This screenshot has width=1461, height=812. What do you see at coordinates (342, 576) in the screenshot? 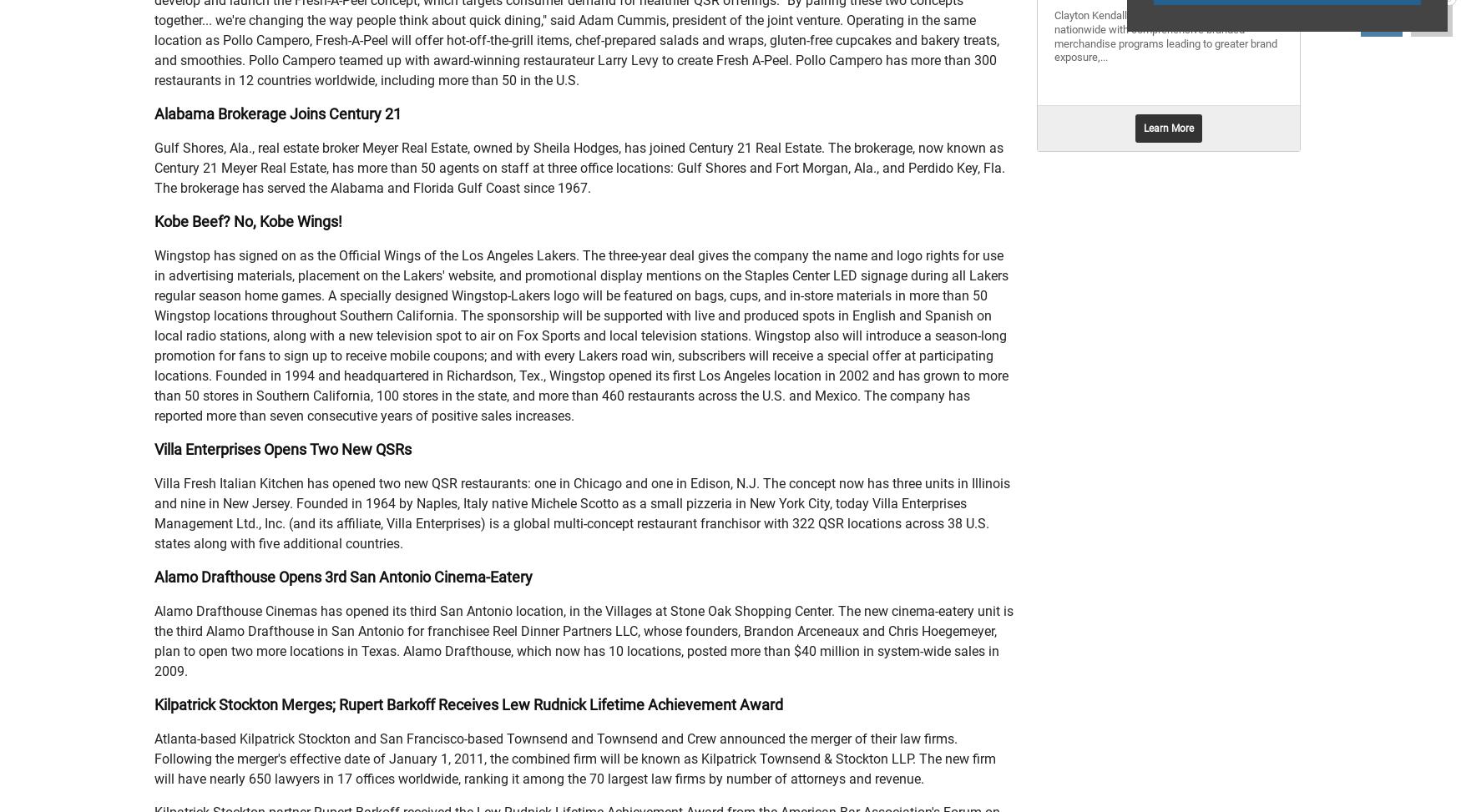
I see `'Alamo Drafthouse Opens 3rd San Antonio Cinema-Eatery'` at bounding box center [342, 576].